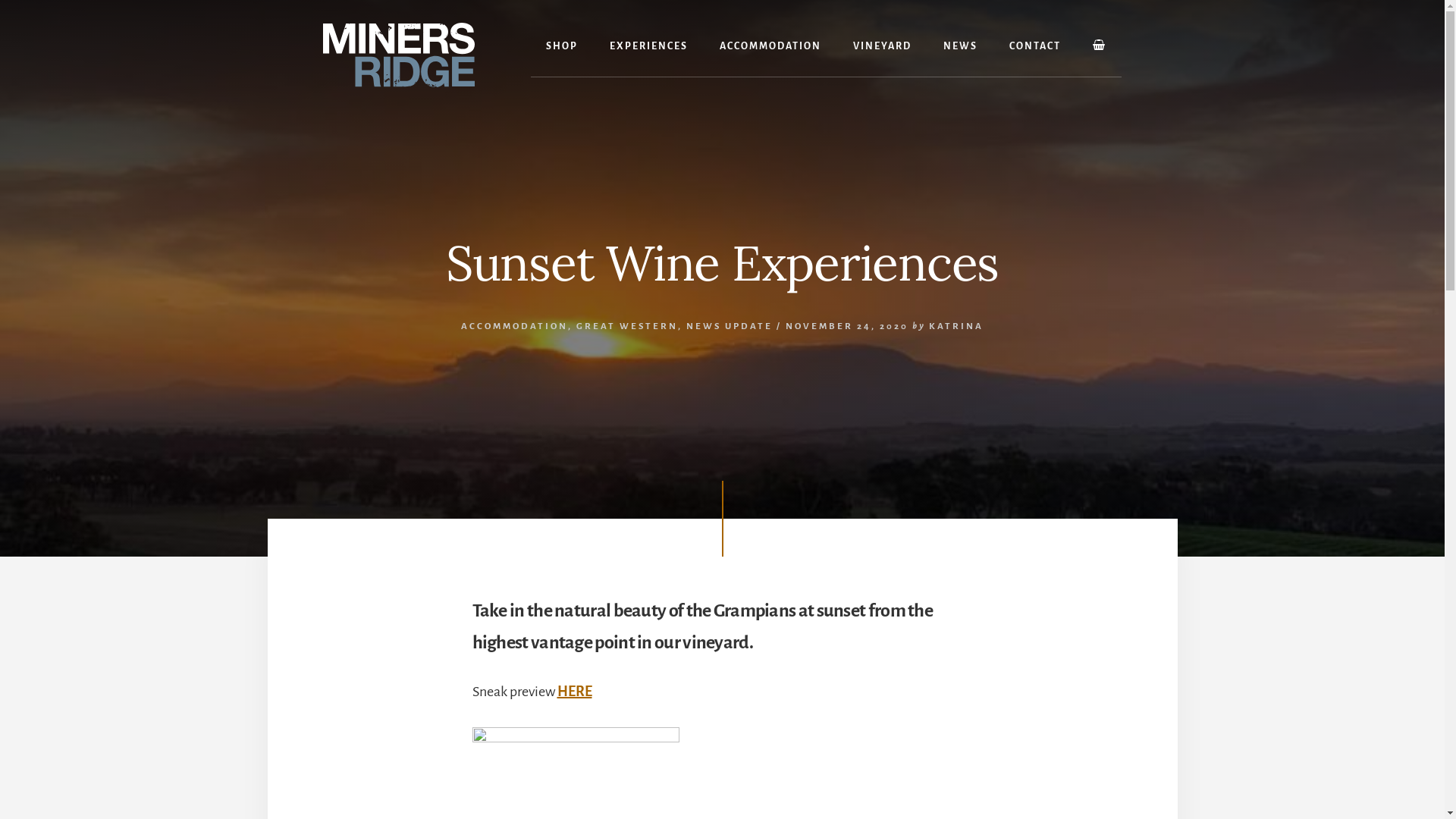 This screenshot has height=819, width=1456. I want to click on 'Skip to content', so click(0, 0).